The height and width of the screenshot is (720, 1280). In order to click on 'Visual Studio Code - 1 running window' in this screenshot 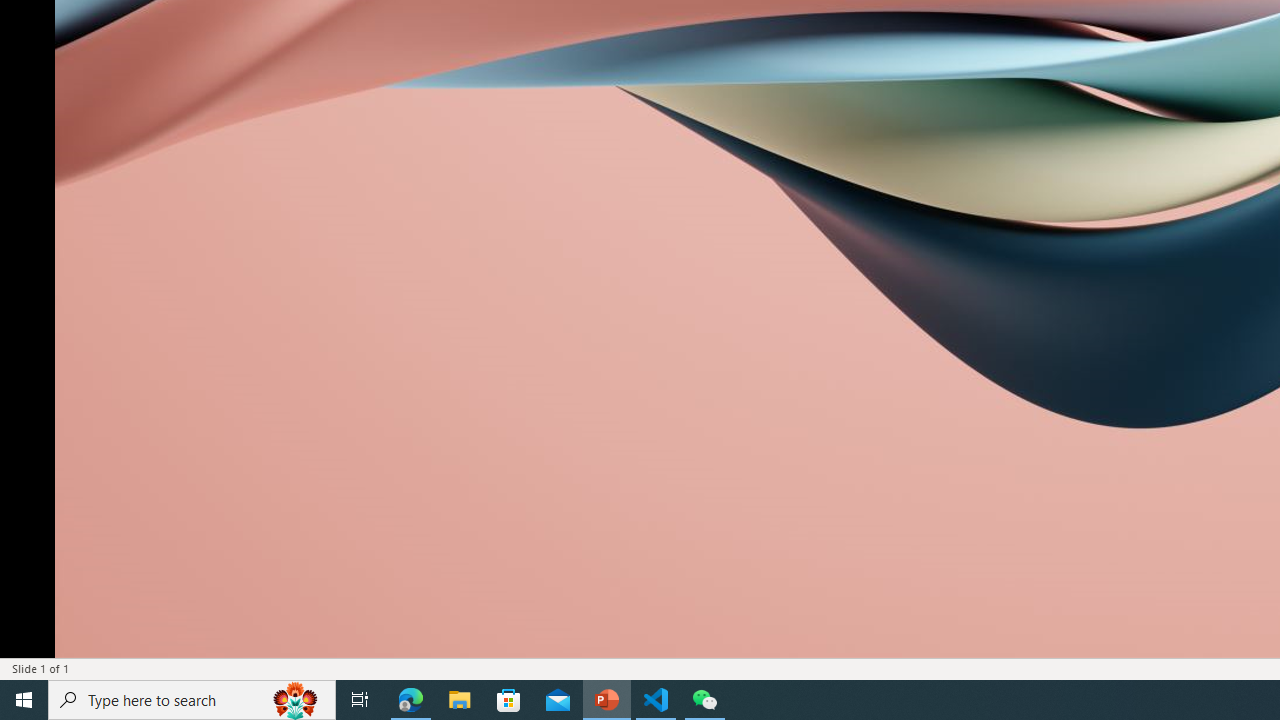, I will do `click(656, 698)`.